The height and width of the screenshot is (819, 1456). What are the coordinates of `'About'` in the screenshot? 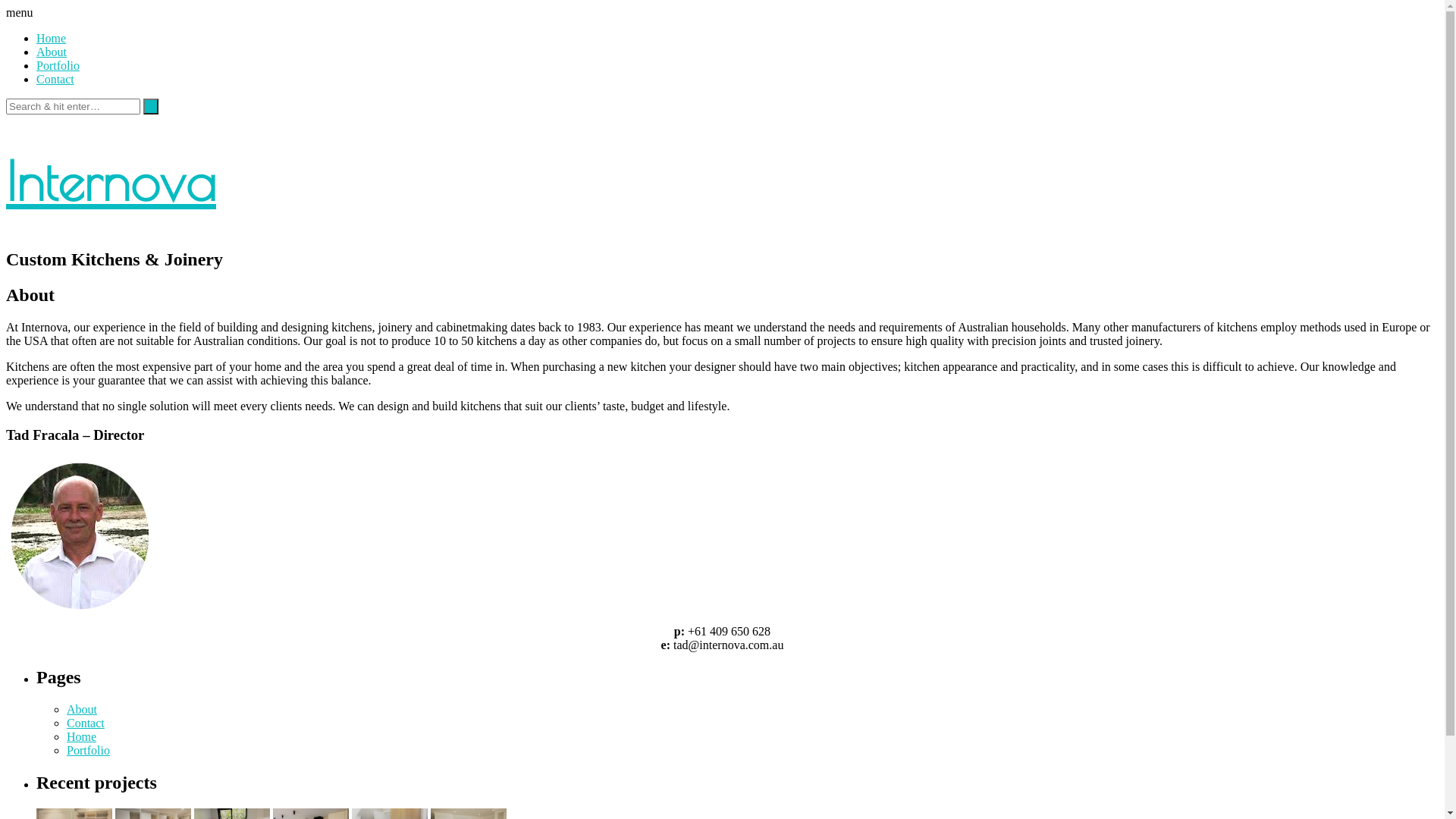 It's located at (80, 709).